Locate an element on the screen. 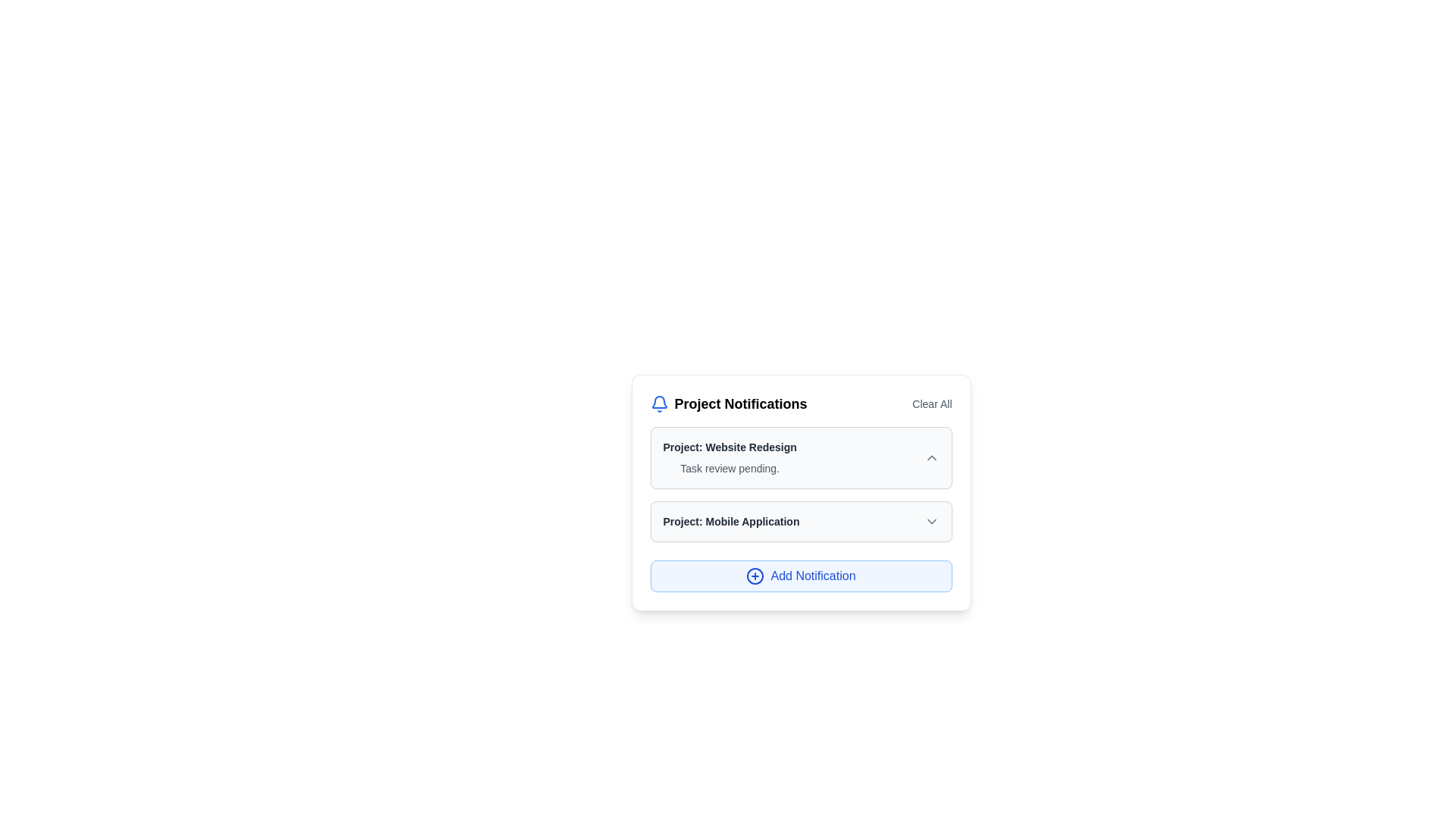 This screenshot has width=1456, height=819. the interactive link located at the far-right side of the header of the notification panel to clear all notifications is located at coordinates (931, 403).